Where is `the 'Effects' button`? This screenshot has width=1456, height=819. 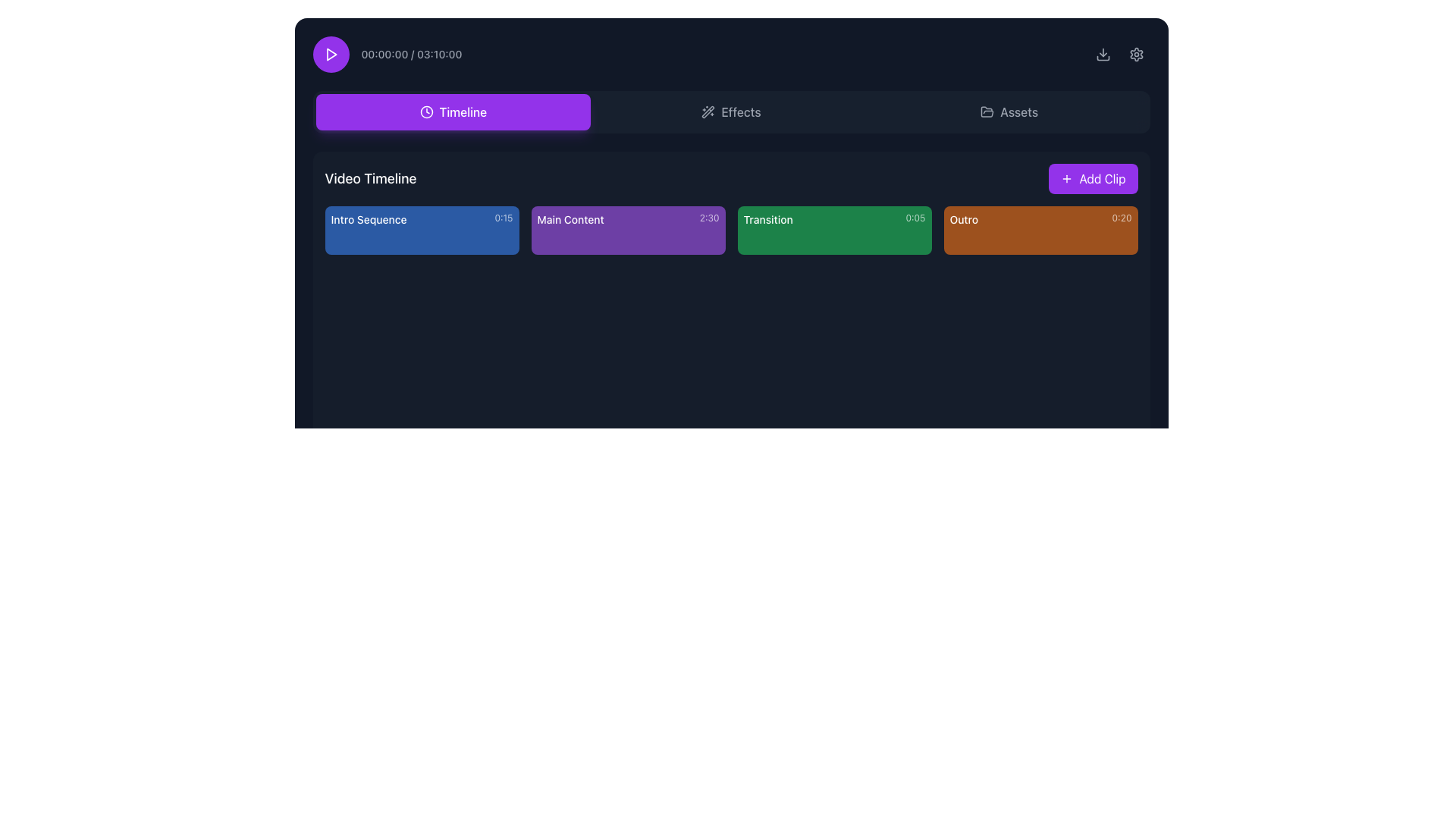
the 'Effects' button is located at coordinates (731, 111).